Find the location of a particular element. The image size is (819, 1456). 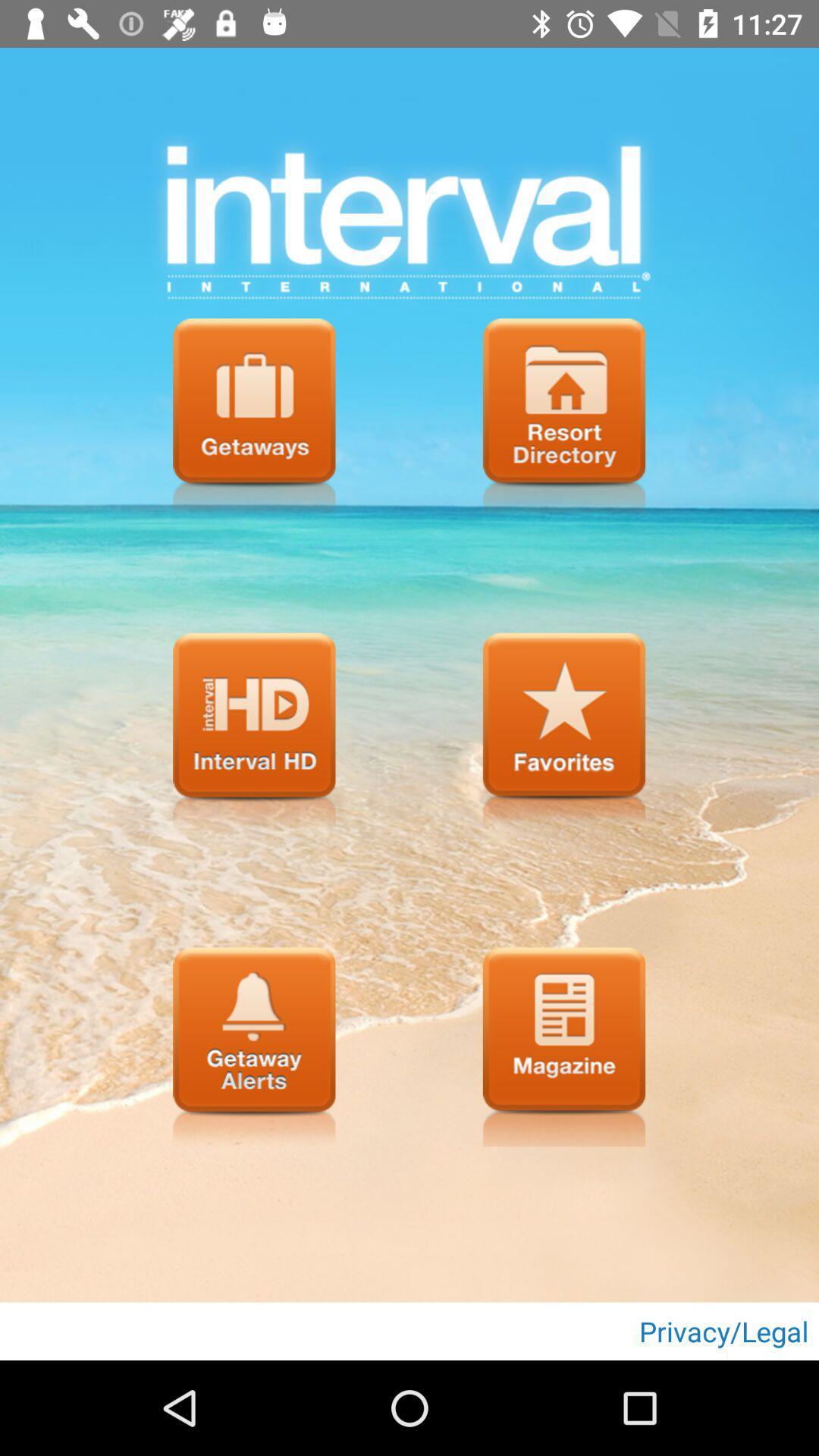

click for resort directory is located at coordinates (564, 418).